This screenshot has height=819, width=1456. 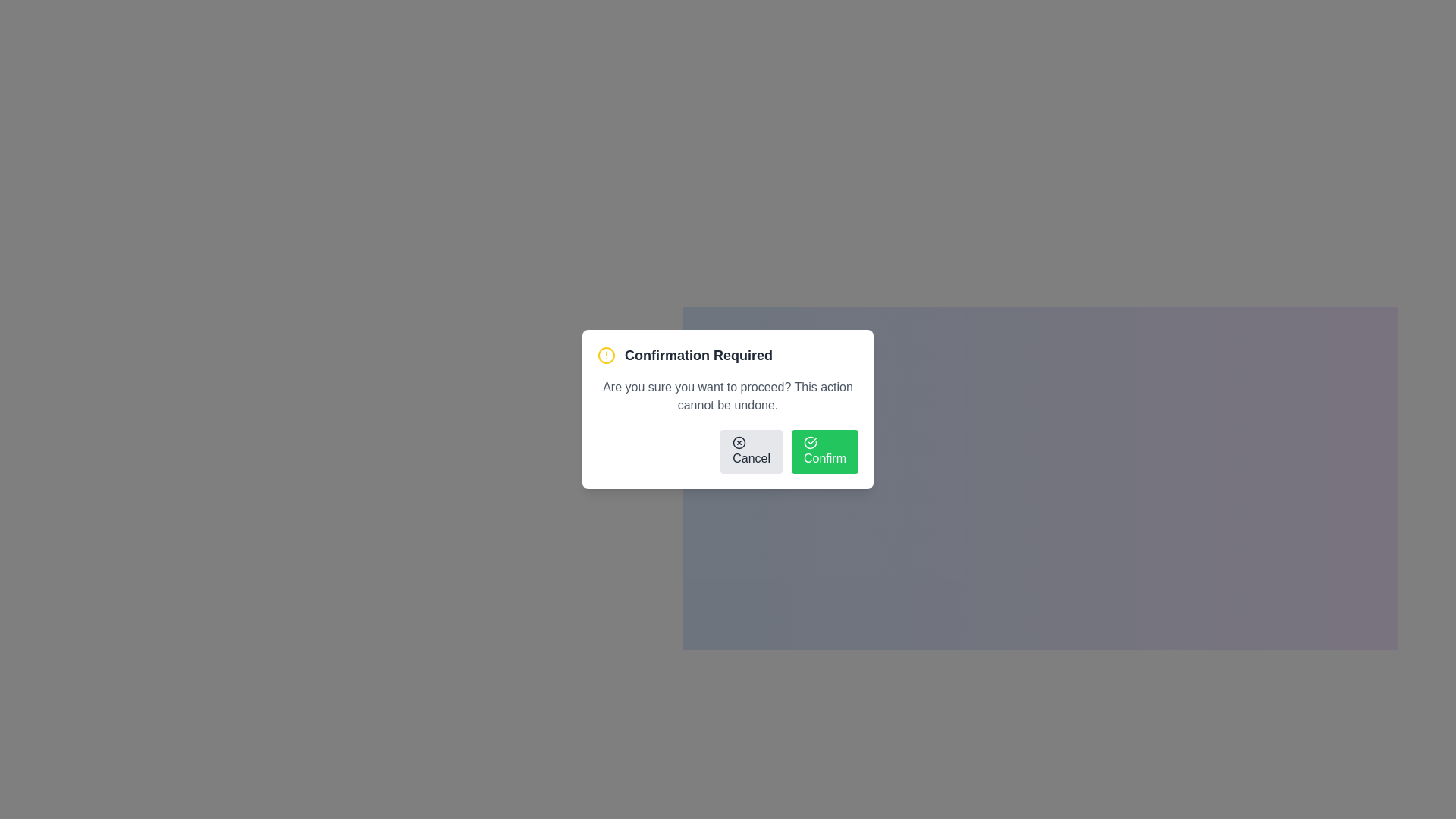 I want to click on the SVG circle graphic with a yellow fill and alert icon stroke, located near the text heading 'Confirmation Required', so click(x=607, y=356).